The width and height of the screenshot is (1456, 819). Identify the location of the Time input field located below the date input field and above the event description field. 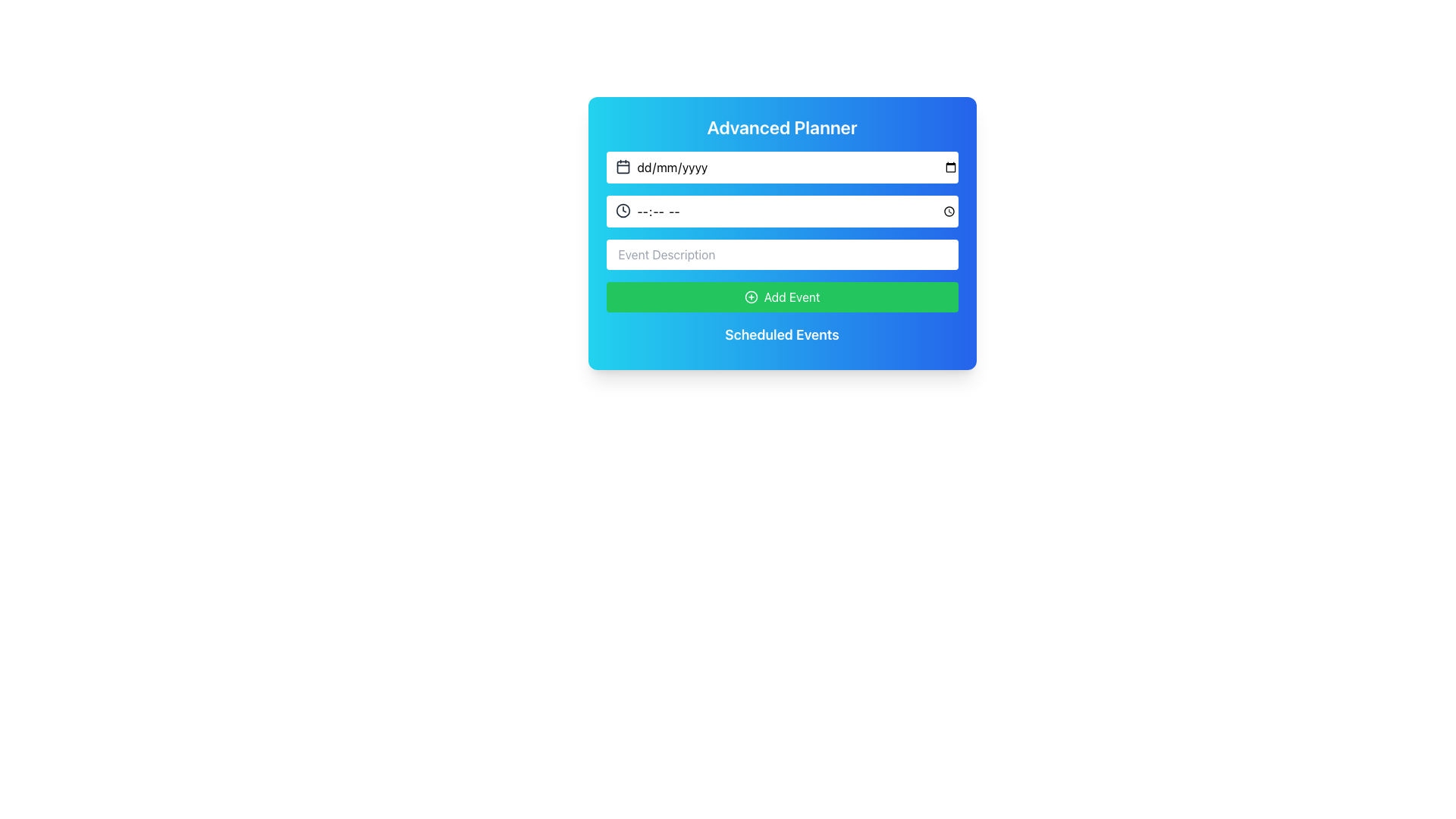
(782, 211).